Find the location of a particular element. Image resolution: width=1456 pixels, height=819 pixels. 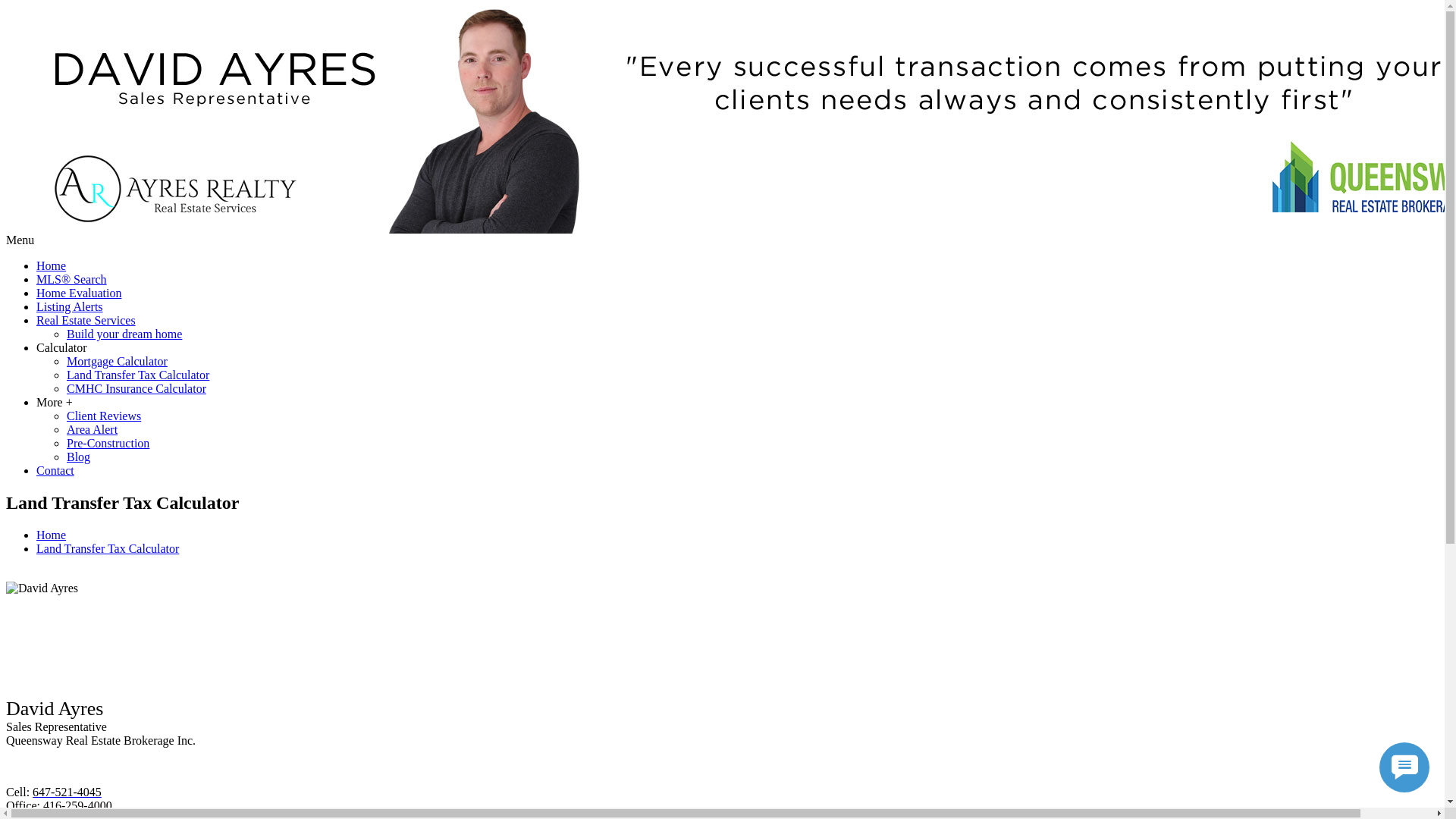

'Mortgage Calculator' is located at coordinates (65, 361).